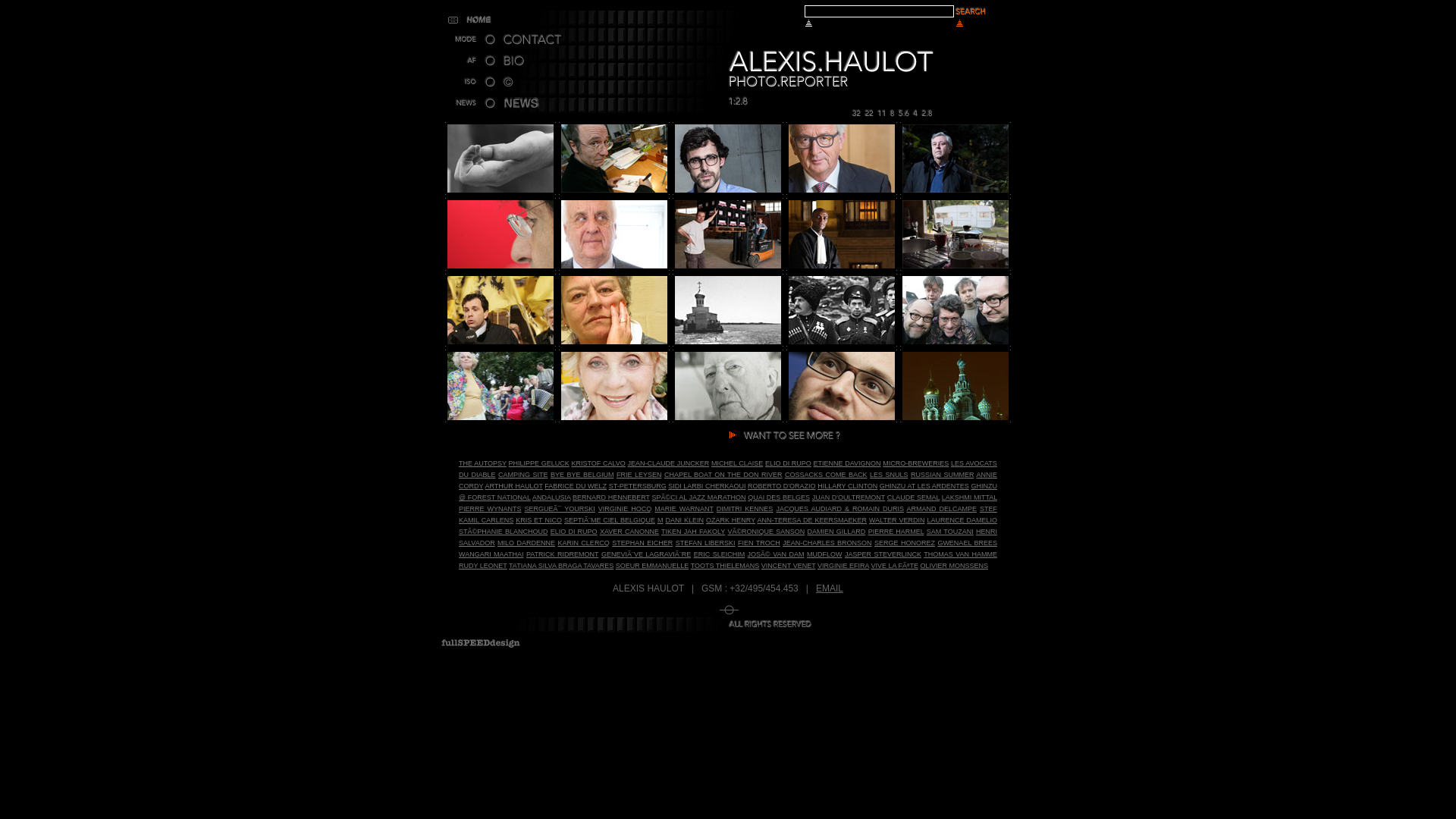 This screenshot has height=819, width=1456. I want to click on 'FIEN TROCH', so click(759, 542).